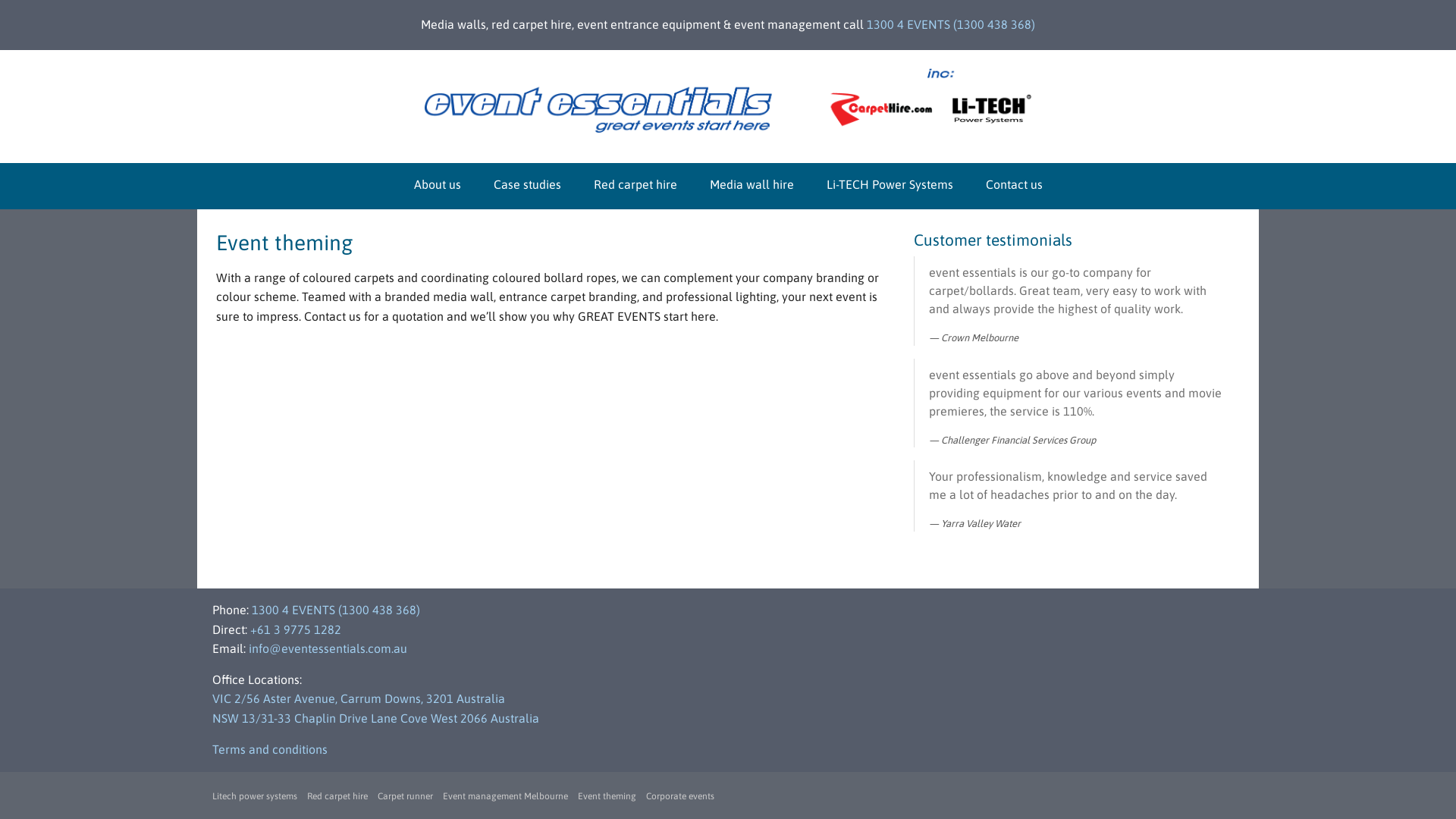 The image size is (1456, 819). What do you see at coordinates (405, 795) in the screenshot?
I see `'Carpet runner'` at bounding box center [405, 795].